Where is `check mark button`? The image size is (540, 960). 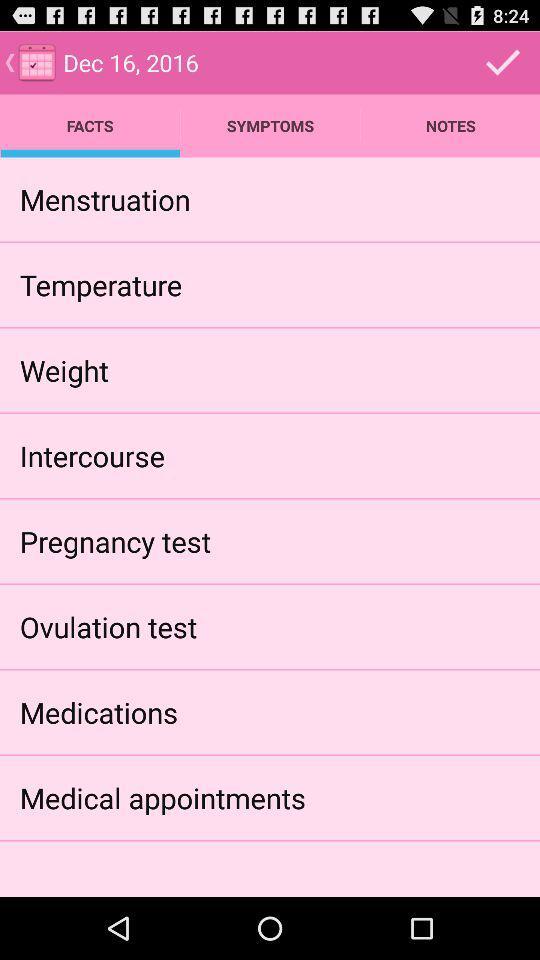 check mark button is located at coordinates (502, 62).